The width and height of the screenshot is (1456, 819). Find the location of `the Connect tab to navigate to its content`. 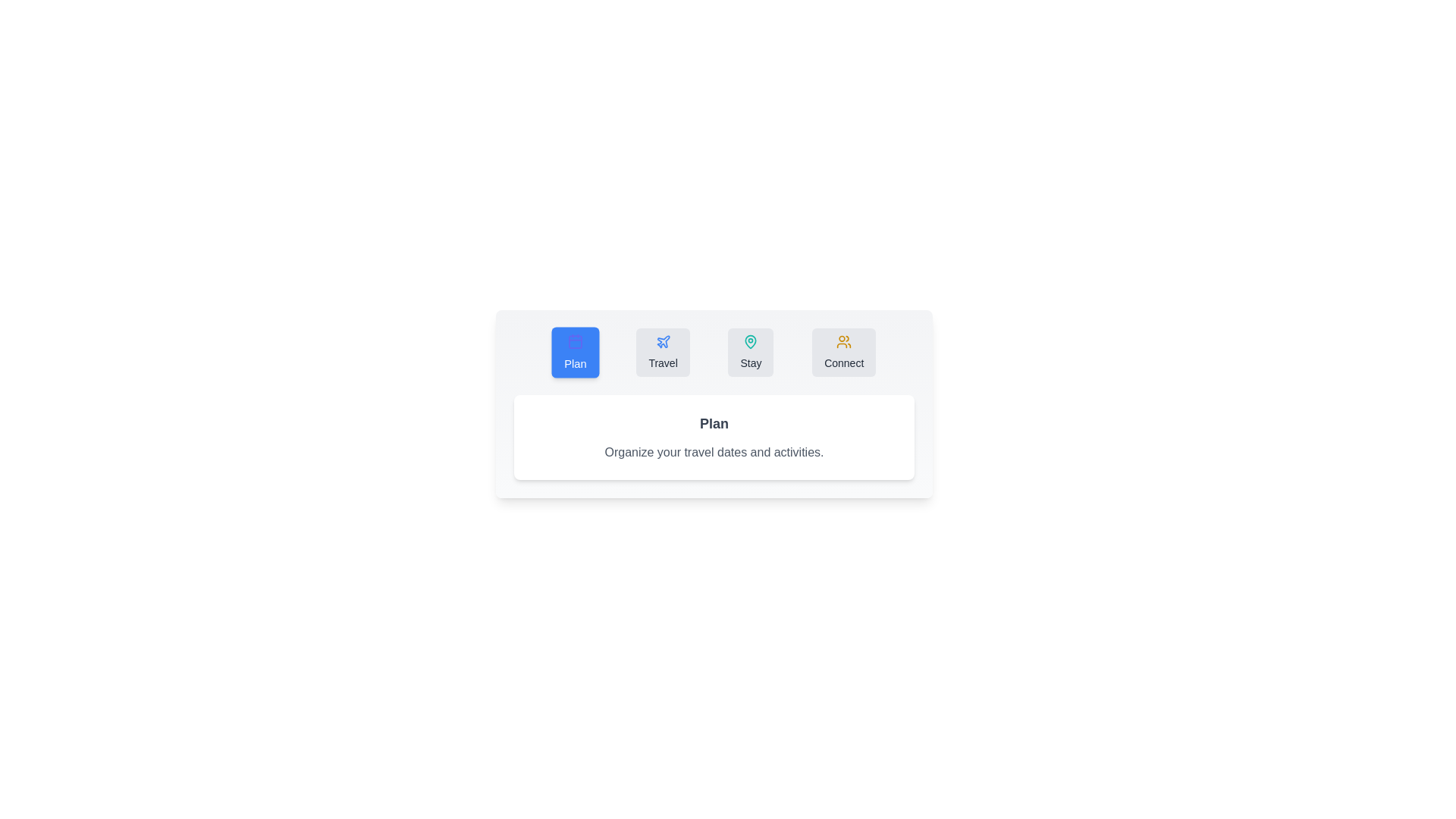

the Connect tab to navigate to its content is located at coordinates (843, 353).